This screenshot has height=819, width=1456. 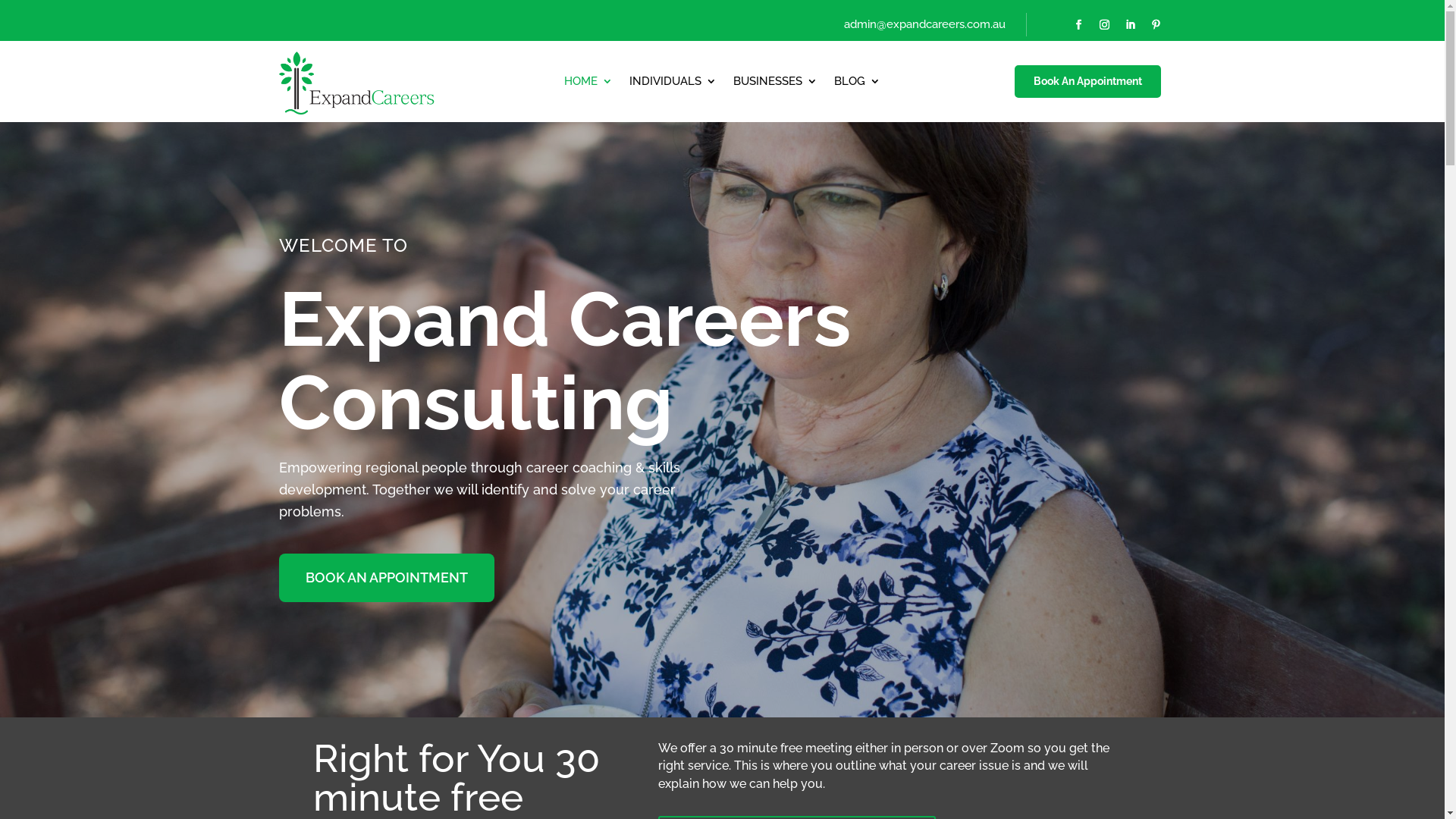 I want to click on 'Follow on LinkedIn', so click(x=1129, y=25).